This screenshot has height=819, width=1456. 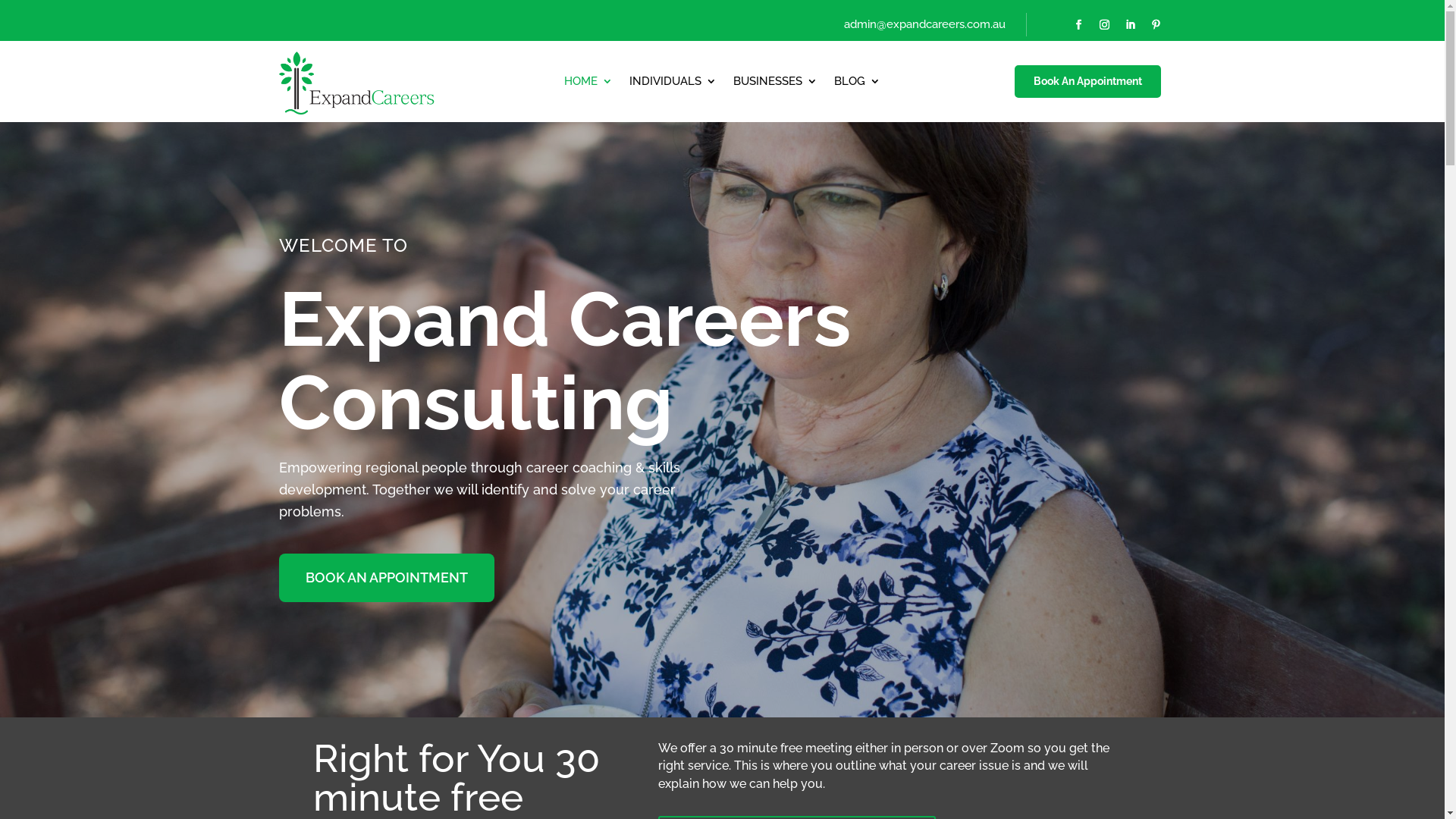 I want to click on 'Follow on LinkedIn', so click(x=1129, y=25).